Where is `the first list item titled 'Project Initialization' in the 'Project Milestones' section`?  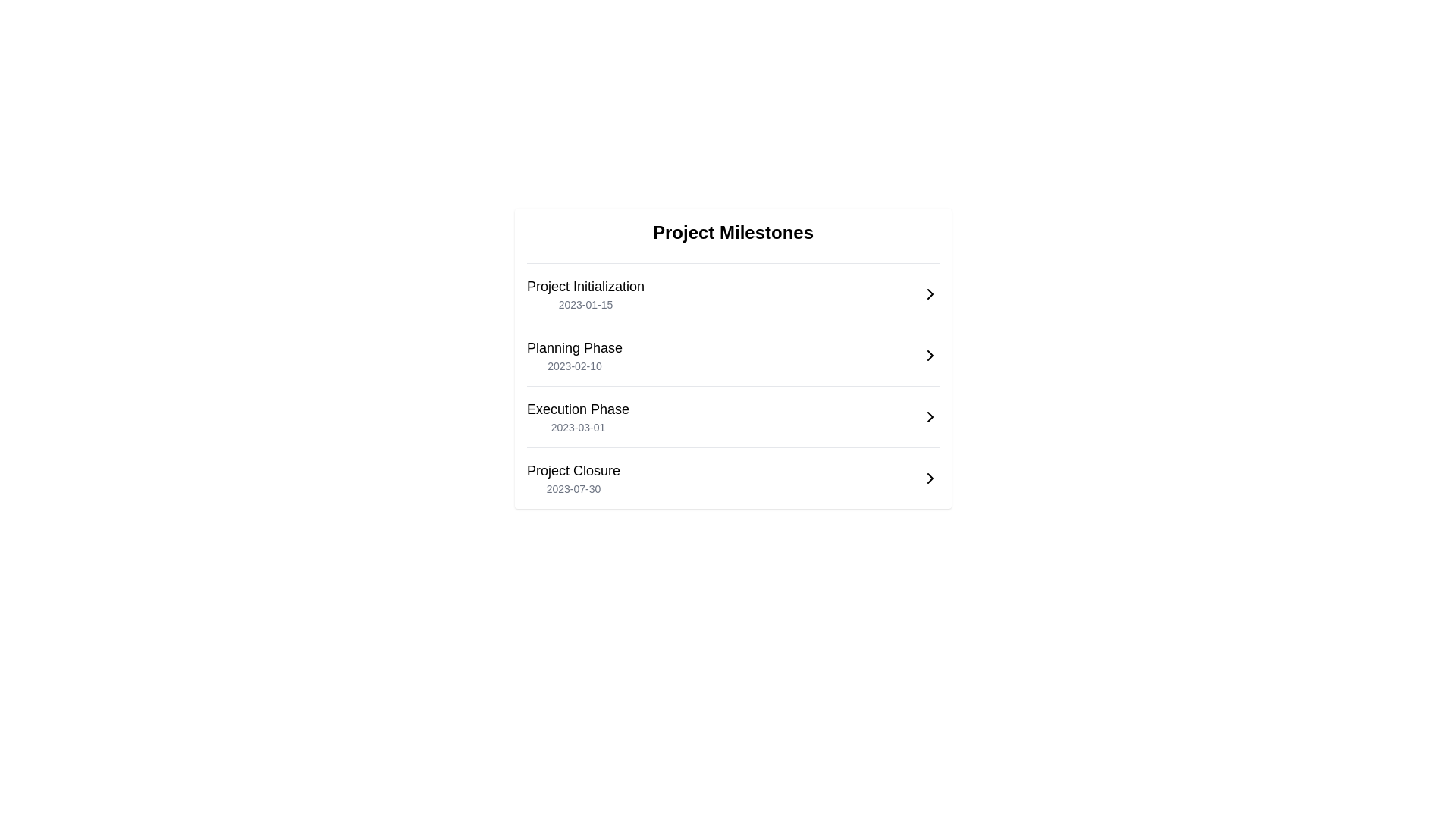
the first list item titled 'Project Initialization' in the 'Project Milestones' section is located at coordinates (585, 294).